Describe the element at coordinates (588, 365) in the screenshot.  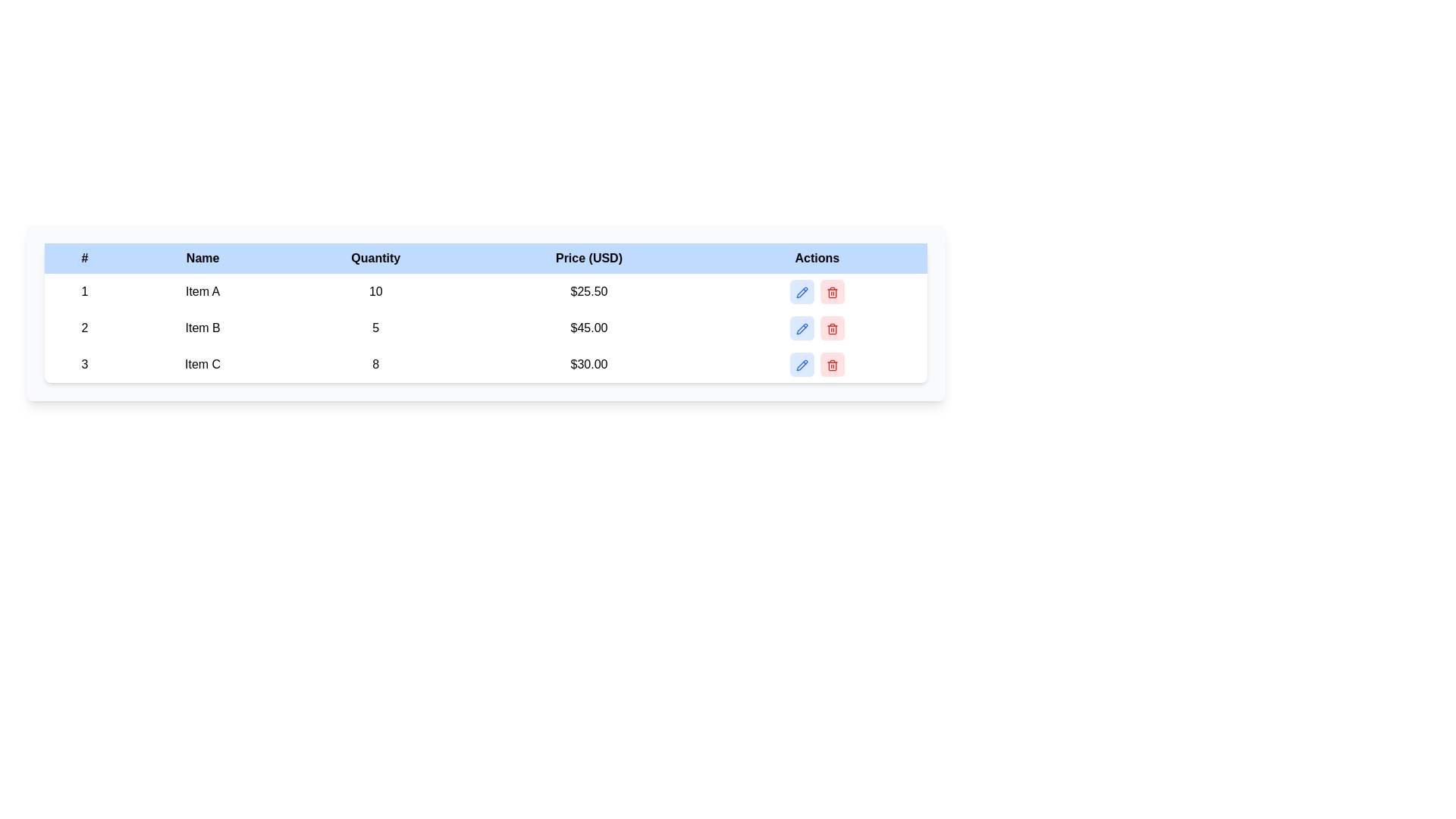
I see `the text label displaying '$30.00' in bold font, located in the fourth cell of the table row for 'Item C', under the 'Price' column` at that location.